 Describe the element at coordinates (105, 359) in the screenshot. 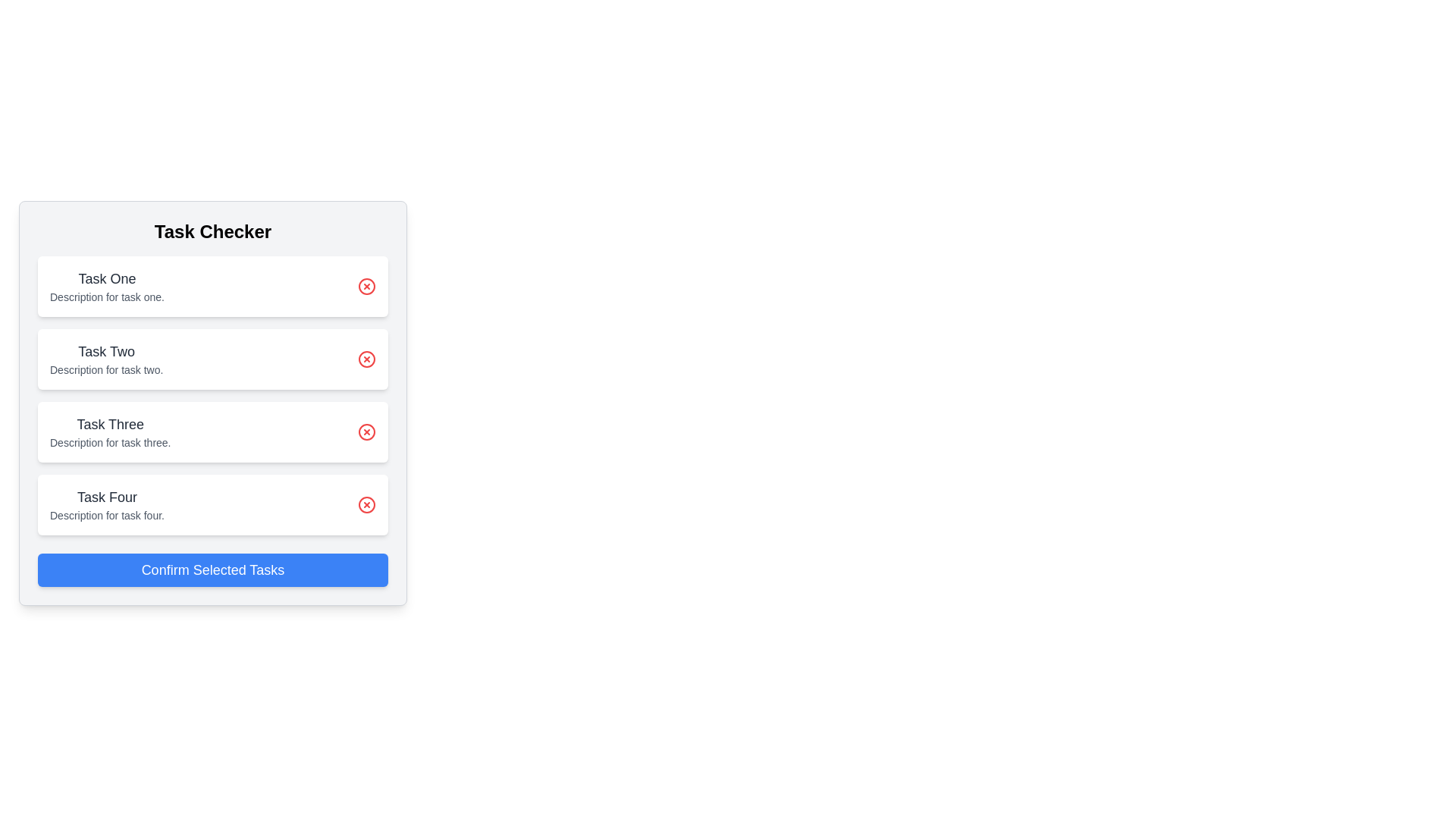

I see `the Text Display Block titled 'Task Two' that contains the description 'Description for task two.' within the 'Task Checker' section` at that location.